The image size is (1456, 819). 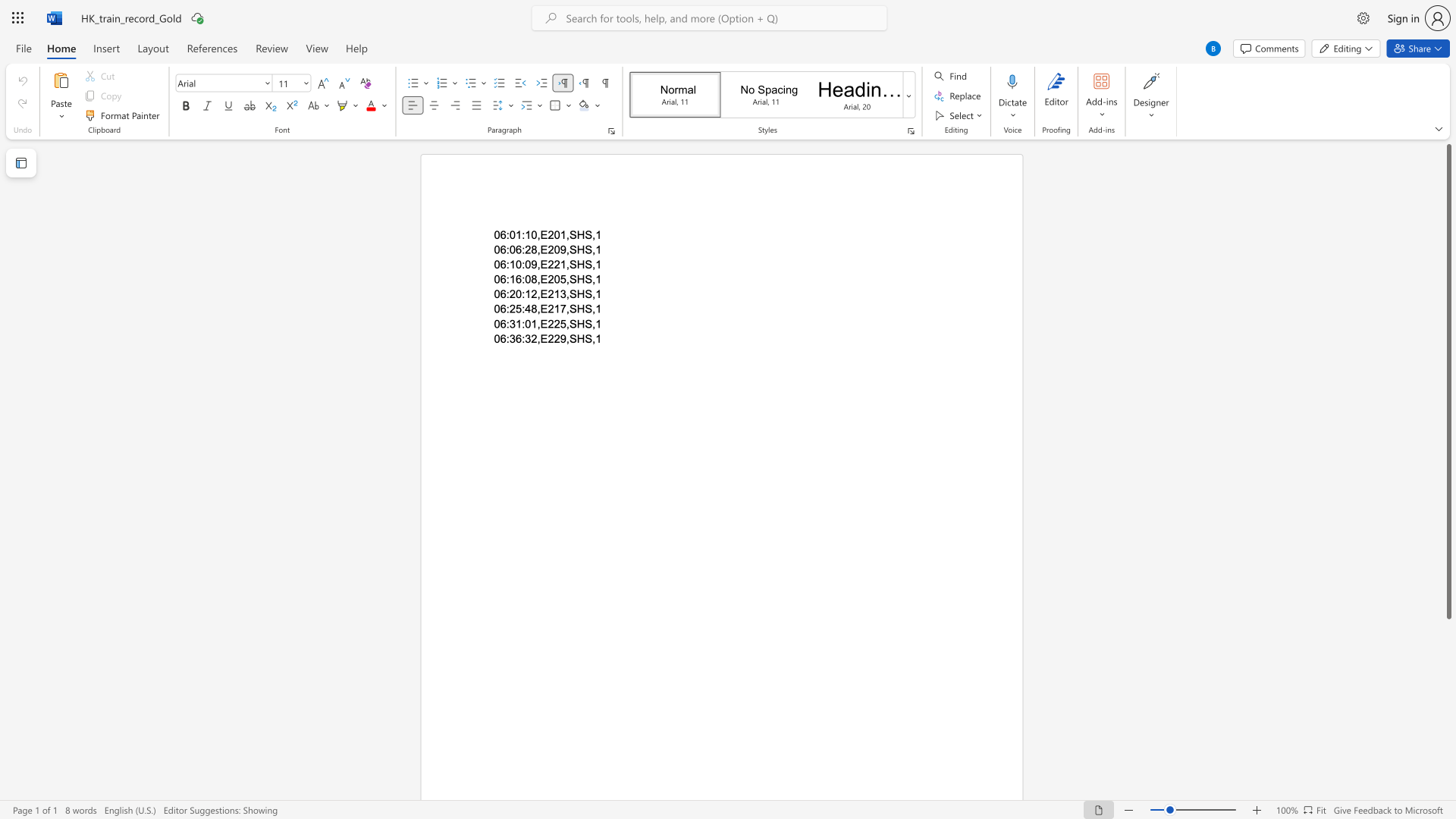 I want to click on the scrollbar to slide the page down, so click(x=1448, y=704).